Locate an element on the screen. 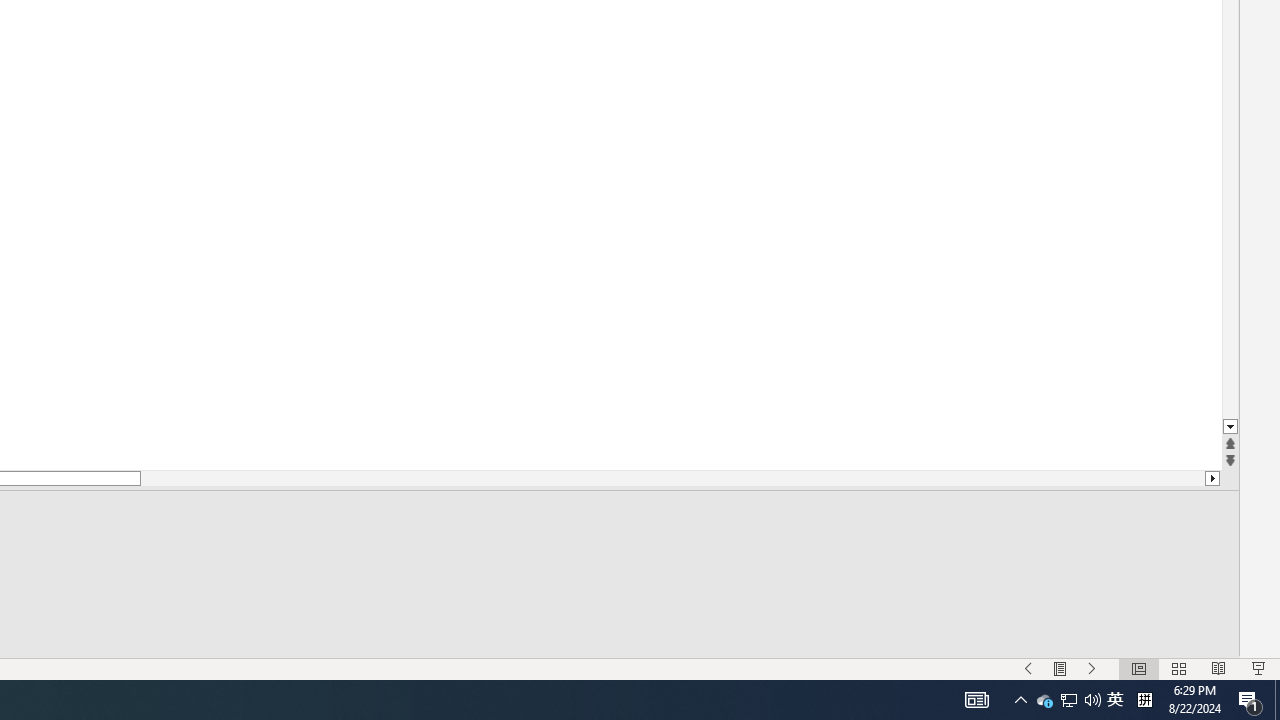 The image size is (1280, 720). 'Menu On' is located at coordinates (1059, 669).